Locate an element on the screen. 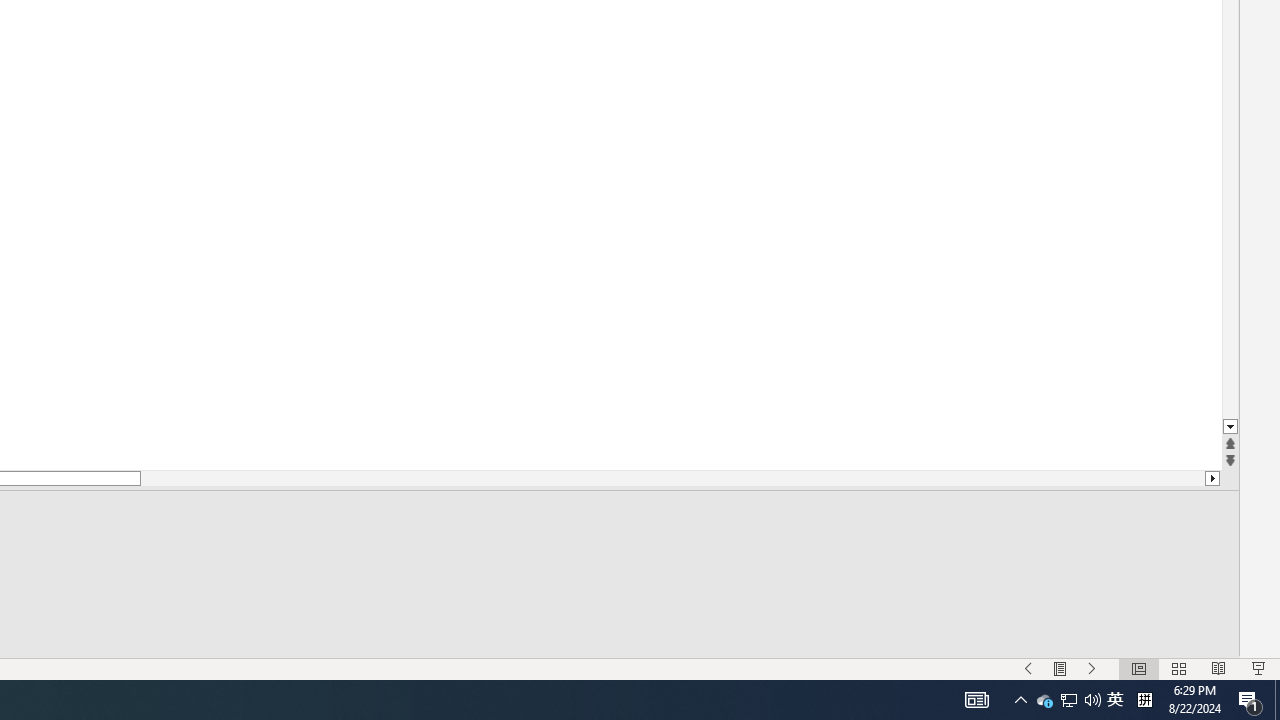 The image size is (1280, 720). 'Menu On' is located at coordinates (1059, 669).